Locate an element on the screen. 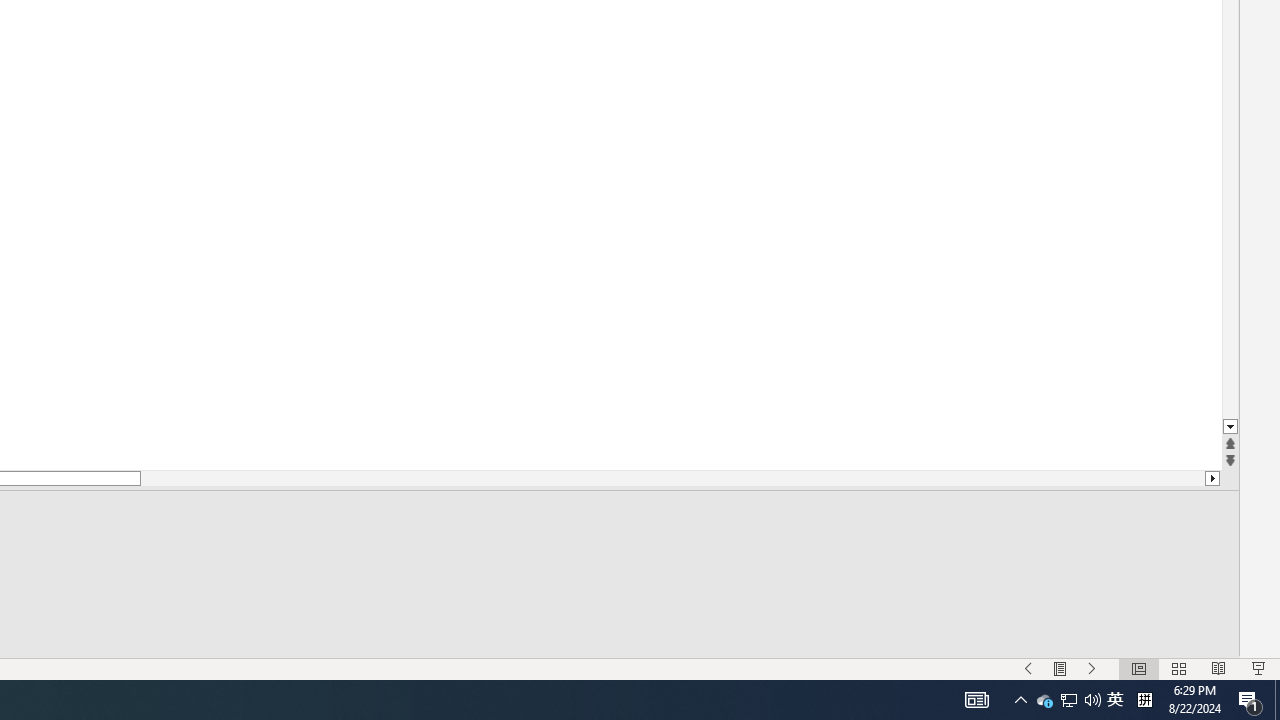 The image size is (1280, 720). 'Menu On' is located at coordinates (1059, 669).